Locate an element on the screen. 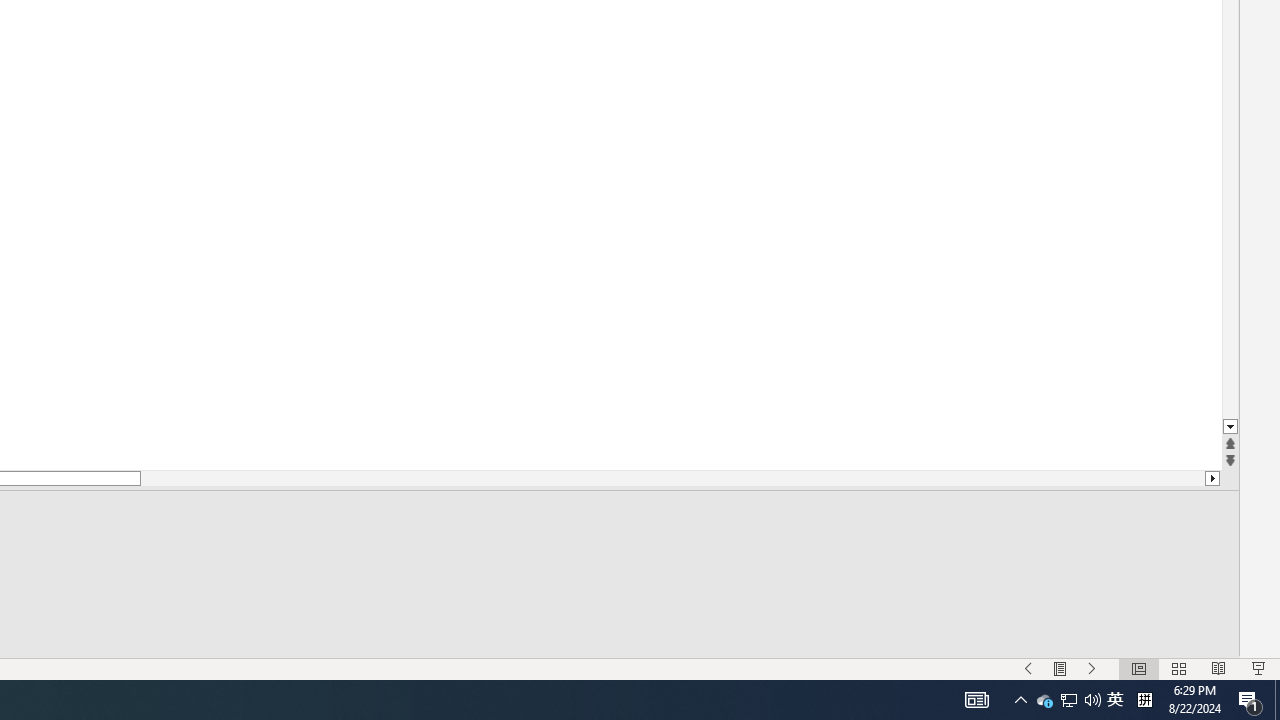 The image size is (1280, 720). 'Menu On' is located at coordinates (1059, 669).